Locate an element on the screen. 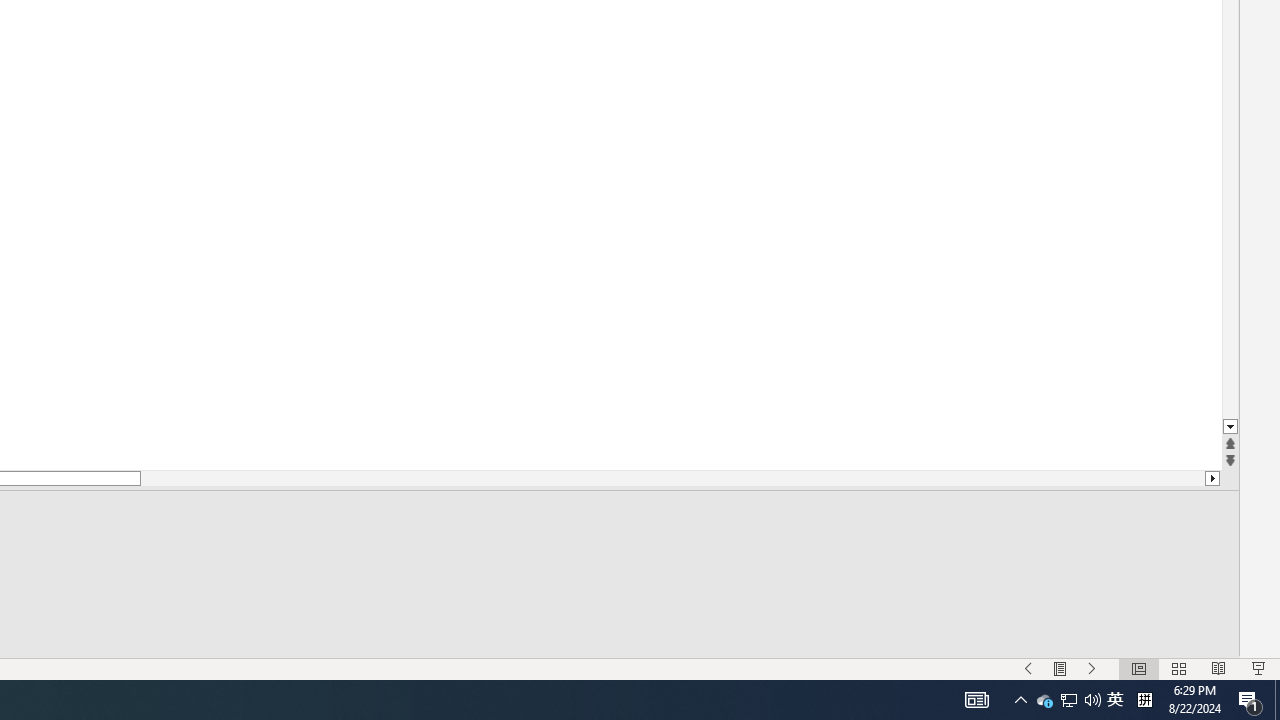 The image size is (1280, 720). 'Menu On' is located at coordinates (1059, 669).